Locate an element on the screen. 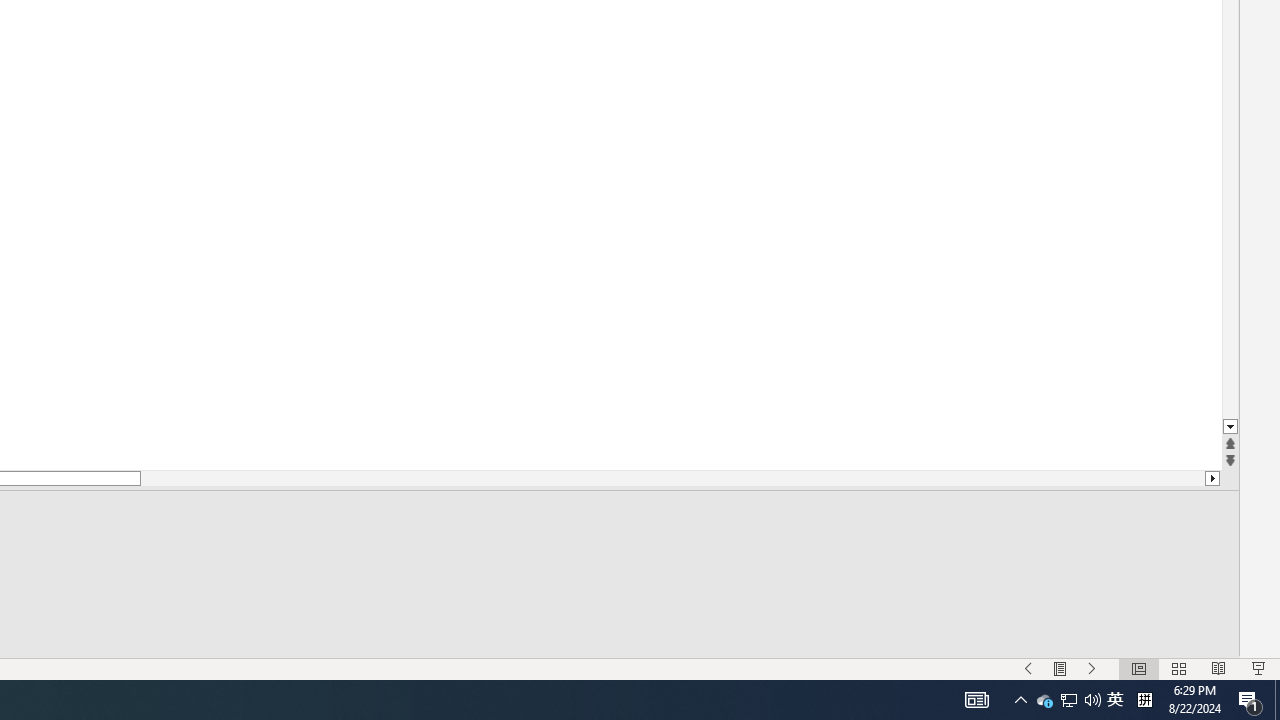 The image size is (1280, 720). 'Menu On' is located at coordinates (1059, 669).